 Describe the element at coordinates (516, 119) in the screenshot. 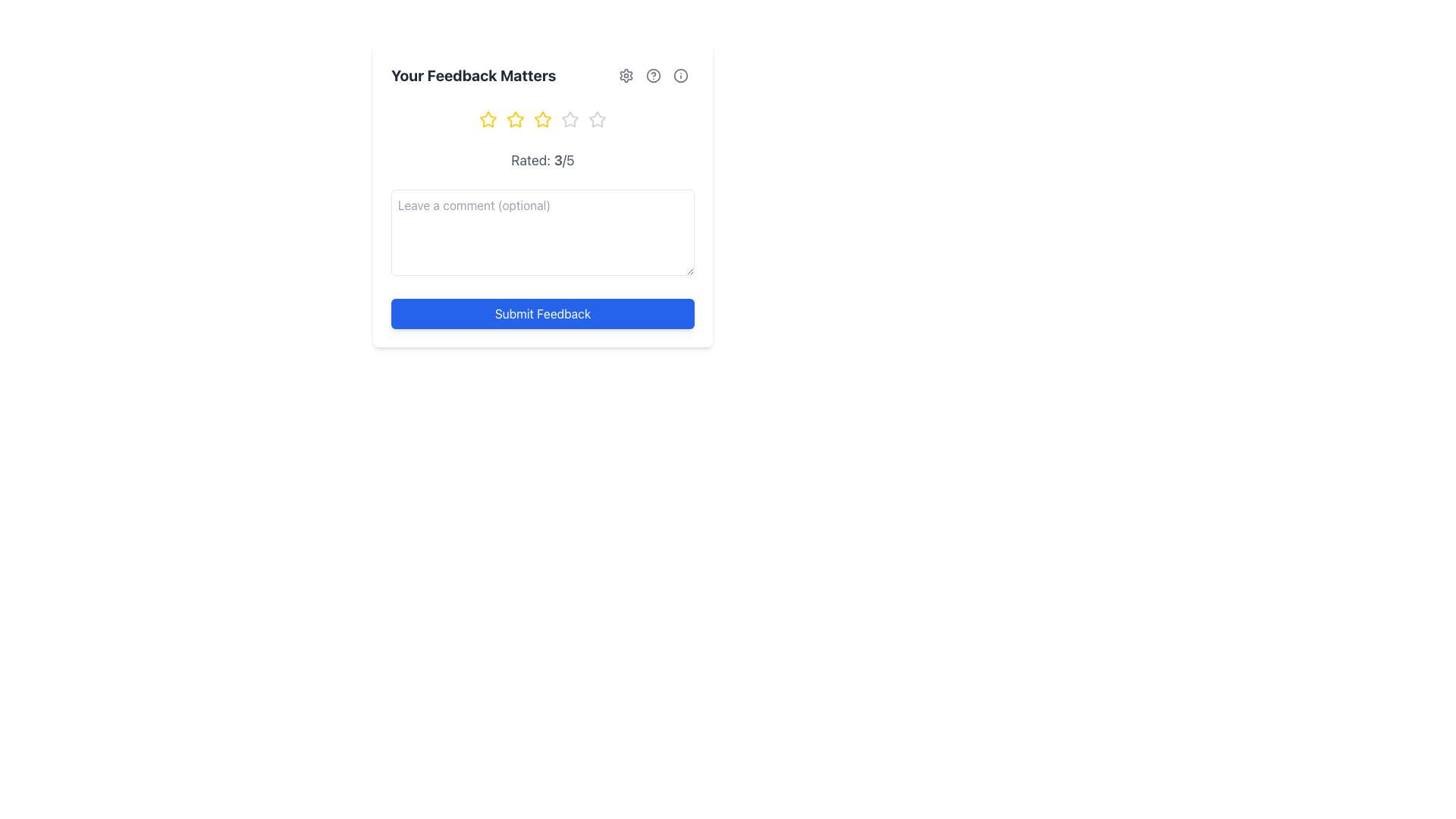

I see `the second star icon in the rating system` at that location.